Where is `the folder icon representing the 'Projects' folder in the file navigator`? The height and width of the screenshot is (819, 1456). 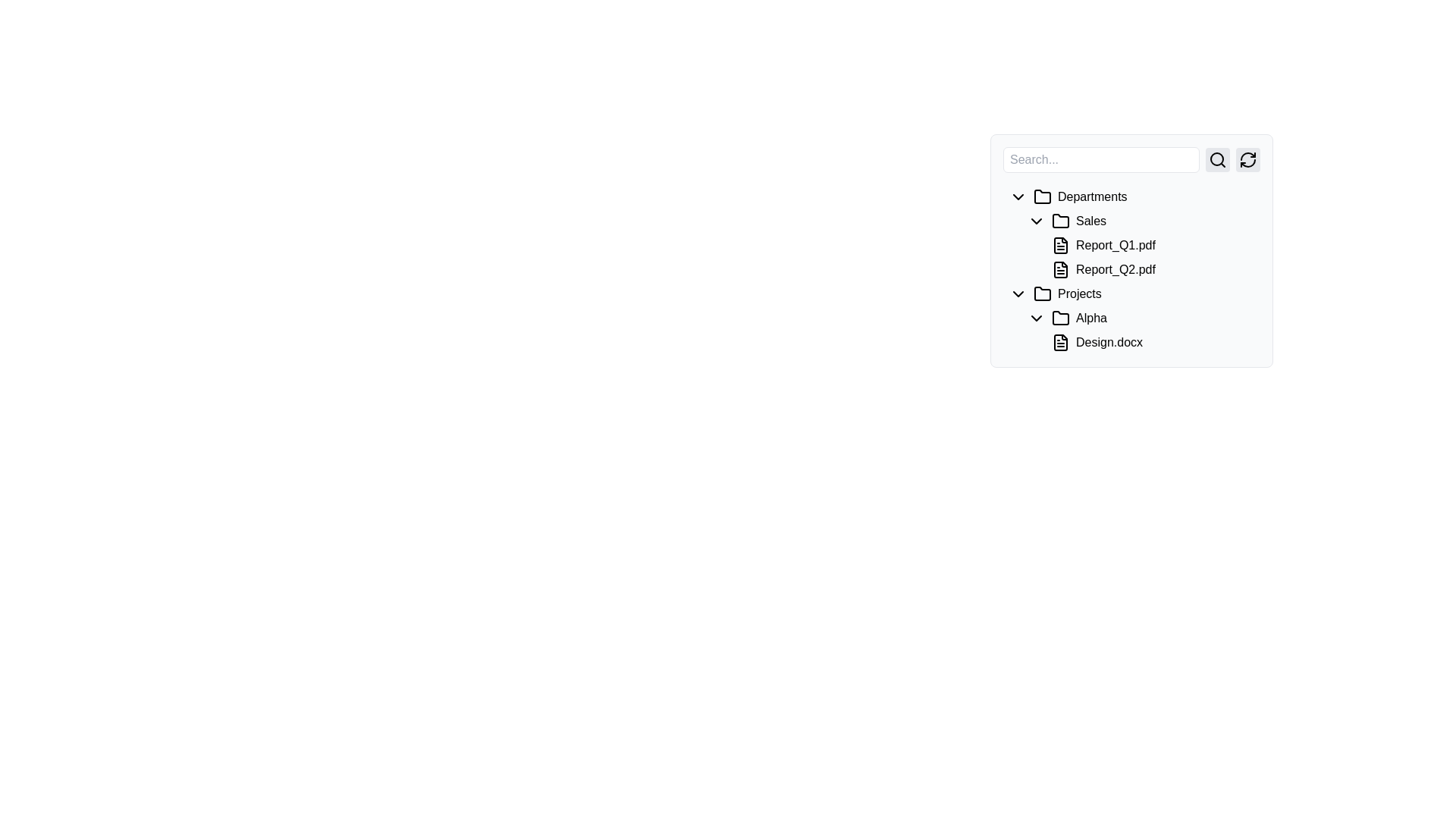
the folder icon representing the 'Projects' folder in the file navigator is located at coordinates (1041, 294).